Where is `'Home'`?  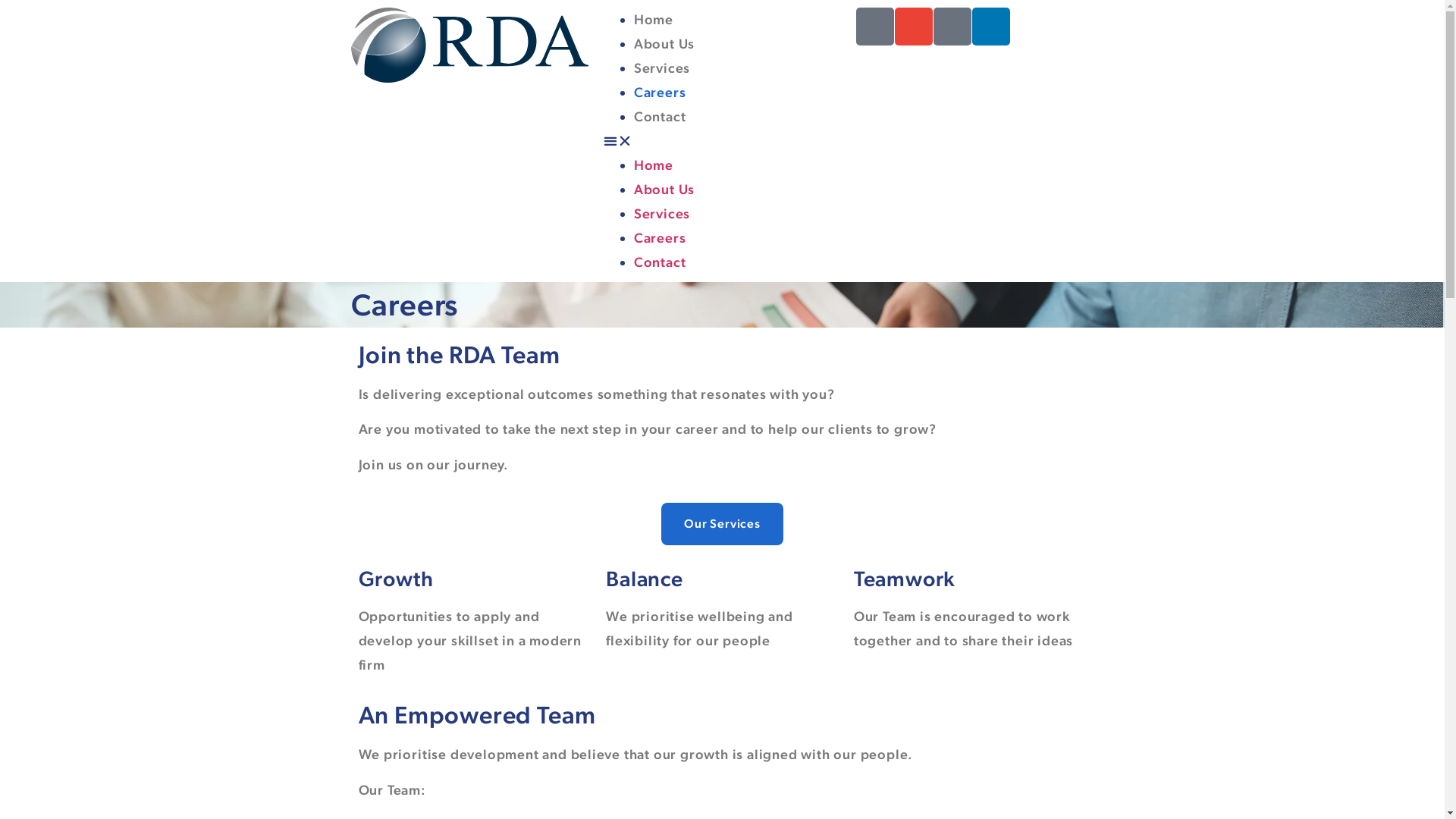 'Home' is located at coordinates (654, 165).